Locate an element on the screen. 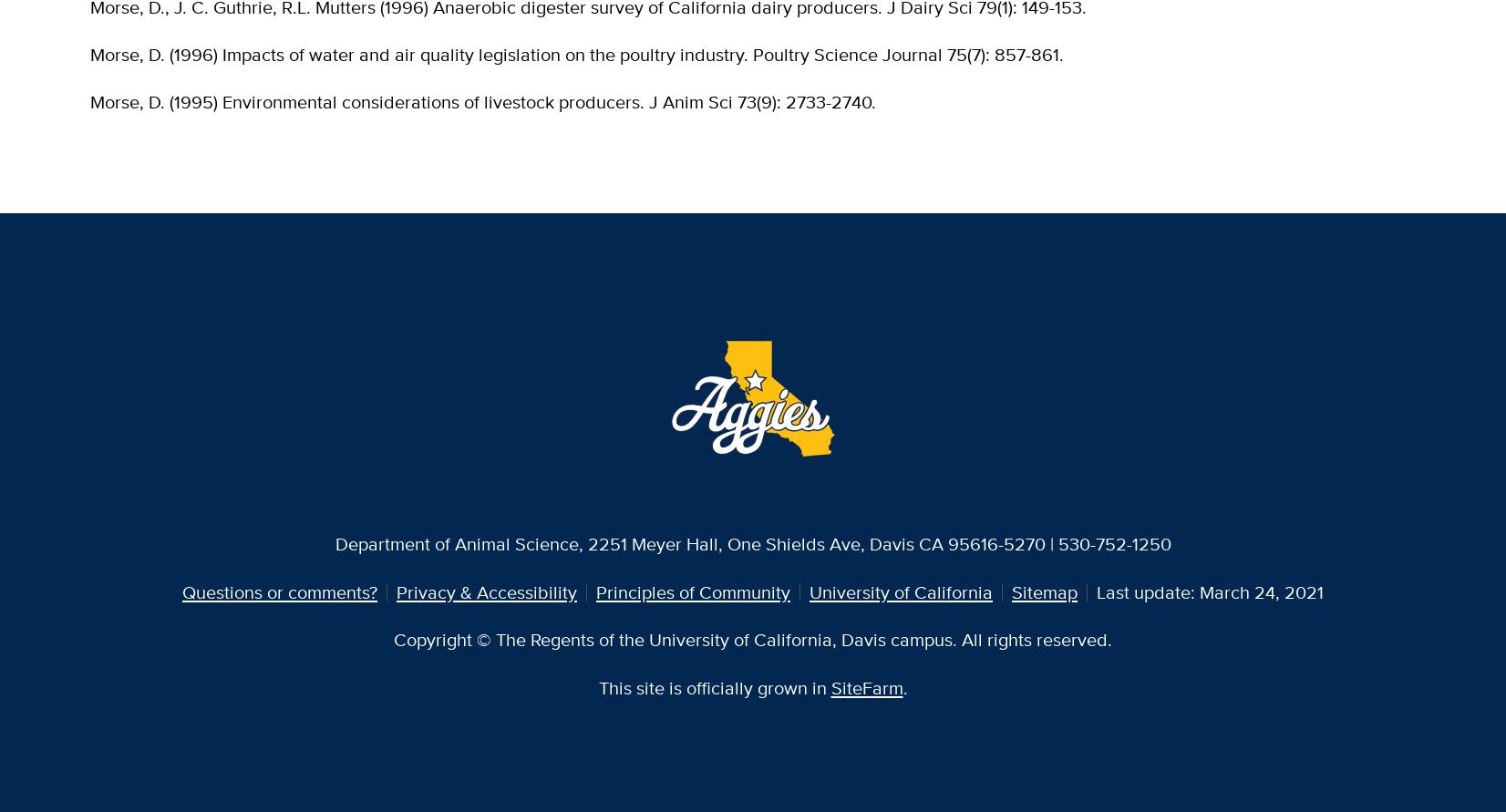 The image size is (1506, 812). 'Copyright © The Regents of the University of California, Davis campus. All rights reserved.' is located at coordinates (753, 638).